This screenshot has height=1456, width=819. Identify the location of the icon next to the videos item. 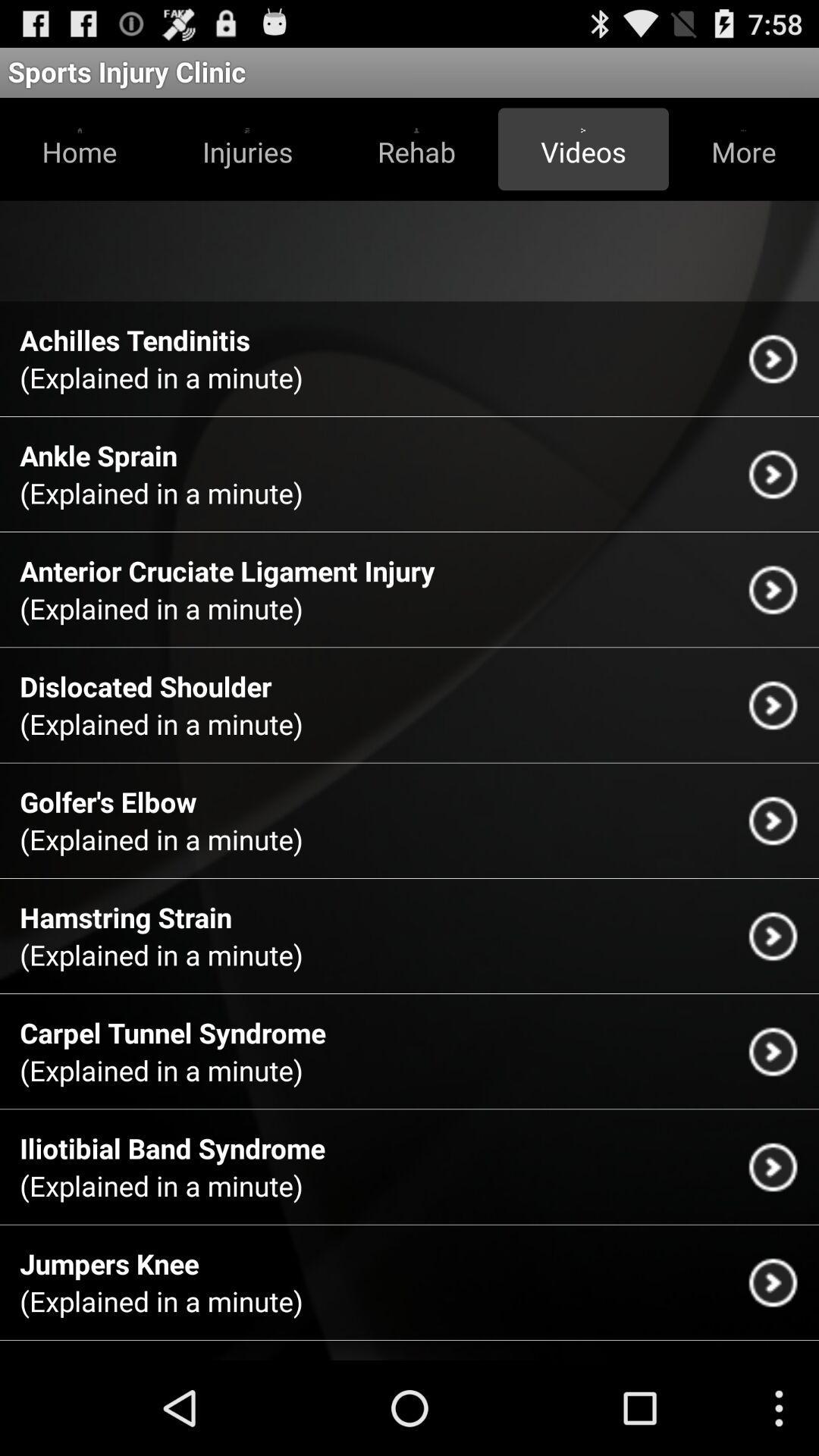
(416, 149).